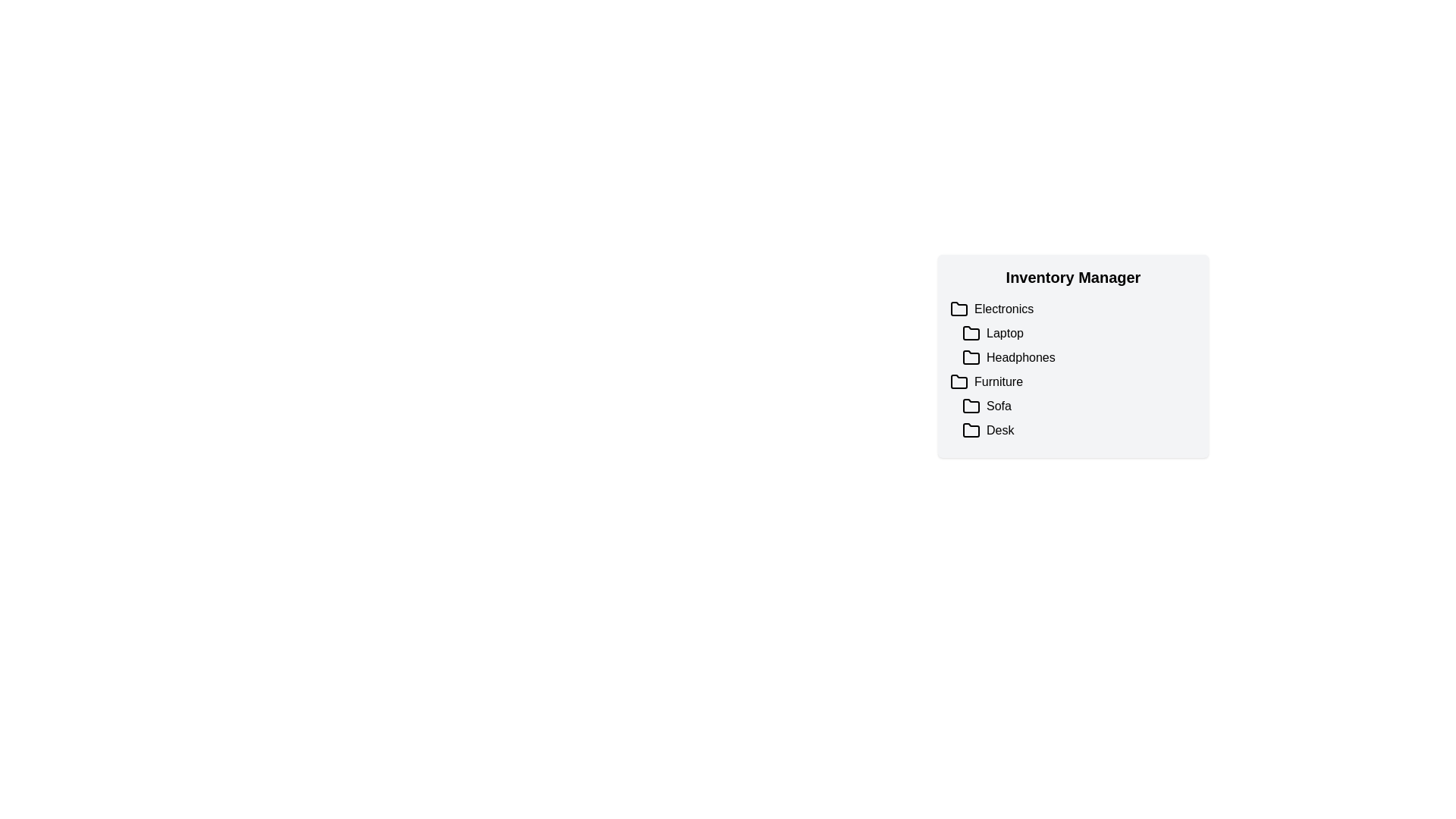 This screenshot has width=1456, height=819. What do you see at coordinates (1000, 430) in the screenshot?
I see `the last text label in the vertically arranged list under the heading 'Inventory Manager', which follows the 'Sofa' item` at bounding box center [1000, 430].